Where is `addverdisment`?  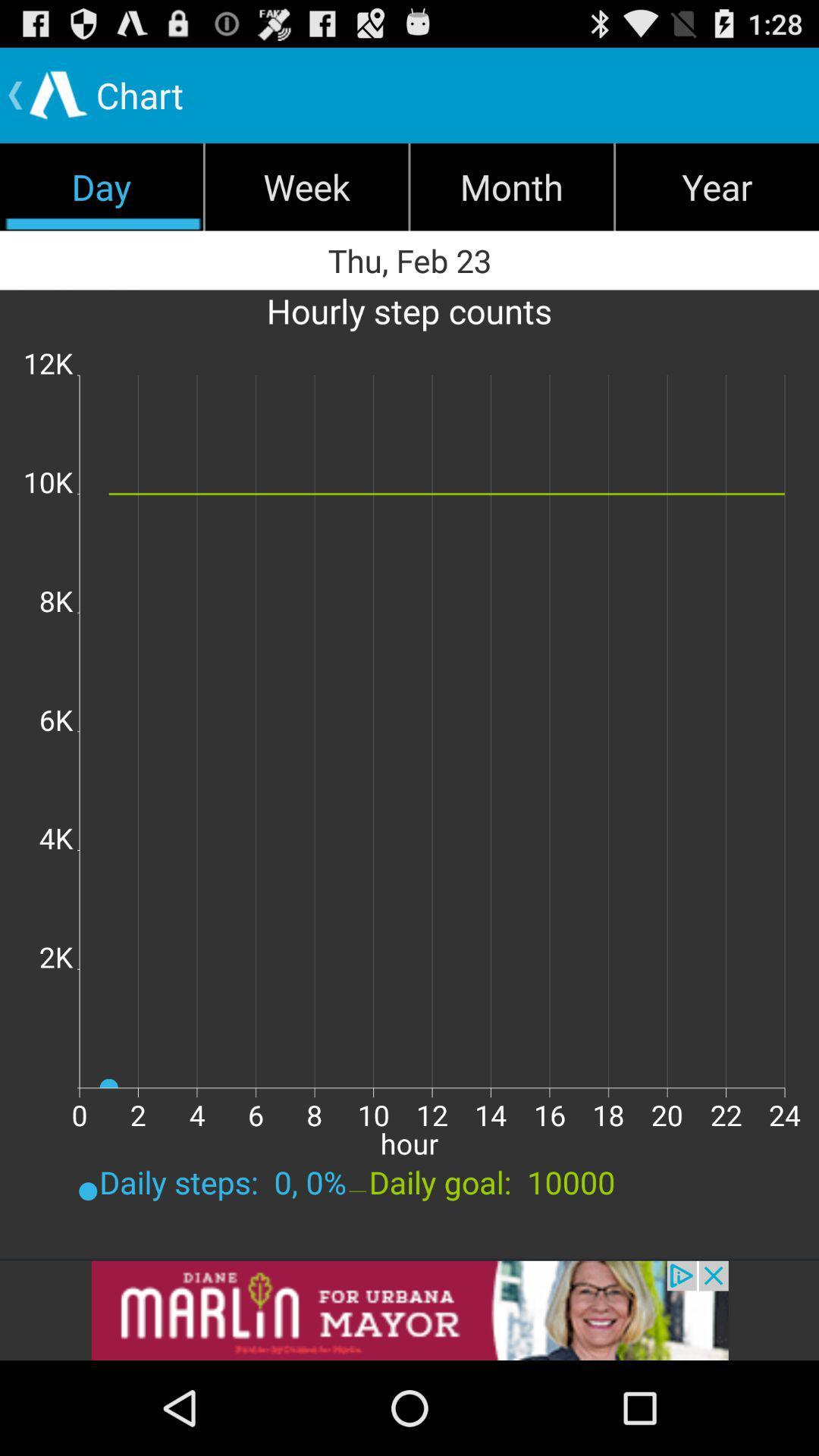
addverdisment is located at coordinates (409, 1310).